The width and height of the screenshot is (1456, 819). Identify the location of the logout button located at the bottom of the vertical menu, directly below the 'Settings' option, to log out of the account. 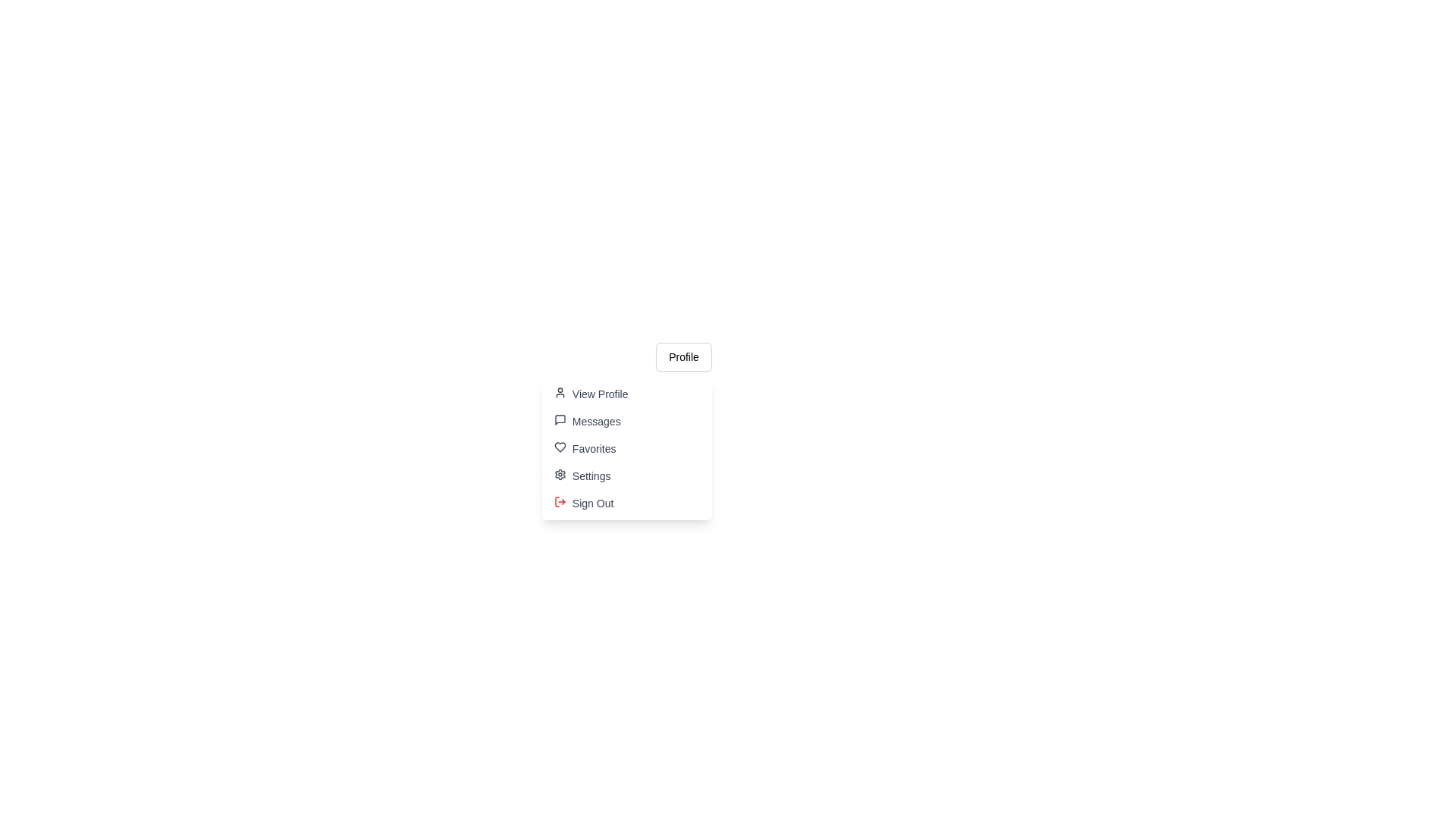
(626, 503).